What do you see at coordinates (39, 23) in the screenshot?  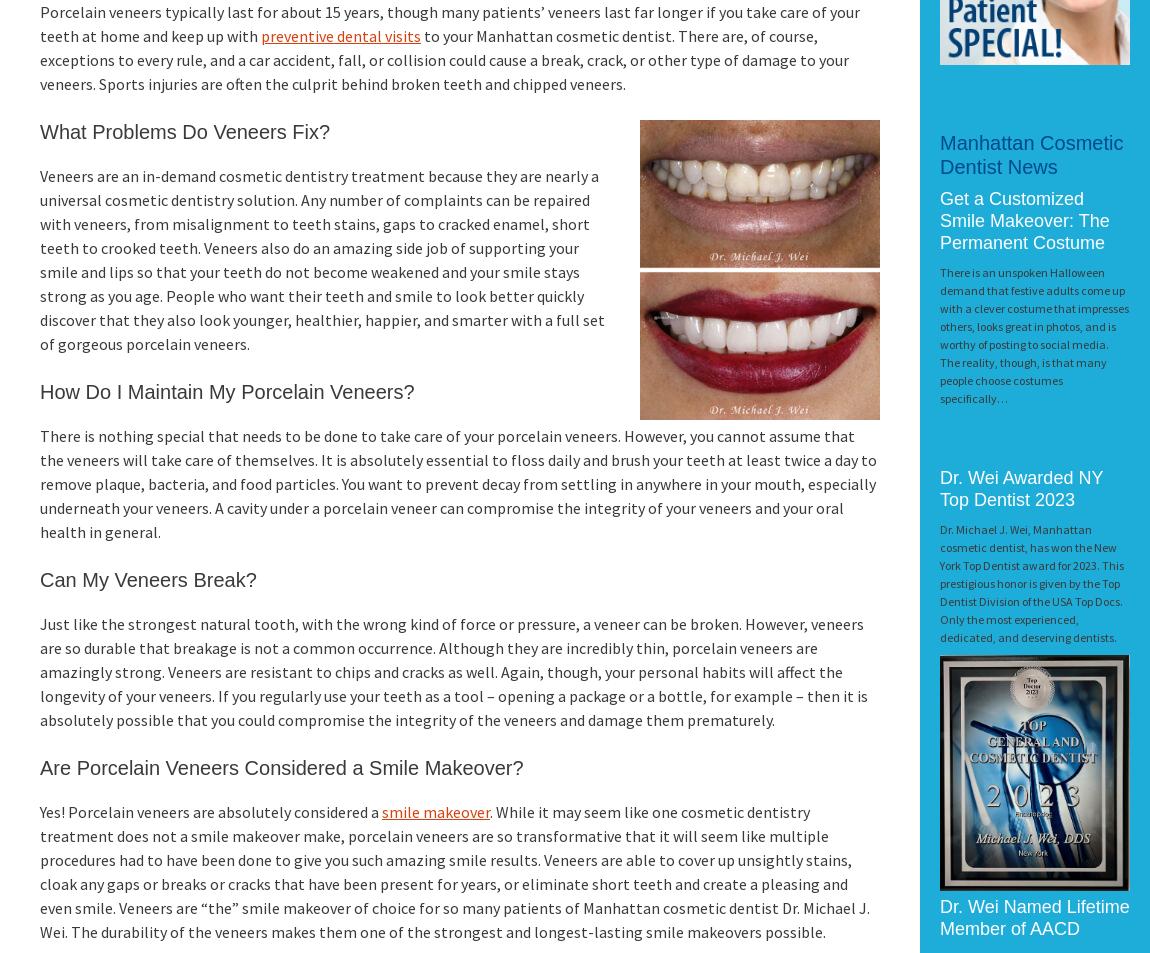 I see `'Porcelain veneers typically last for about 15 years, though many patients’ veneers last far longer if you take care of your teeth at home and keep up with'` at bounding box center [39, 23].